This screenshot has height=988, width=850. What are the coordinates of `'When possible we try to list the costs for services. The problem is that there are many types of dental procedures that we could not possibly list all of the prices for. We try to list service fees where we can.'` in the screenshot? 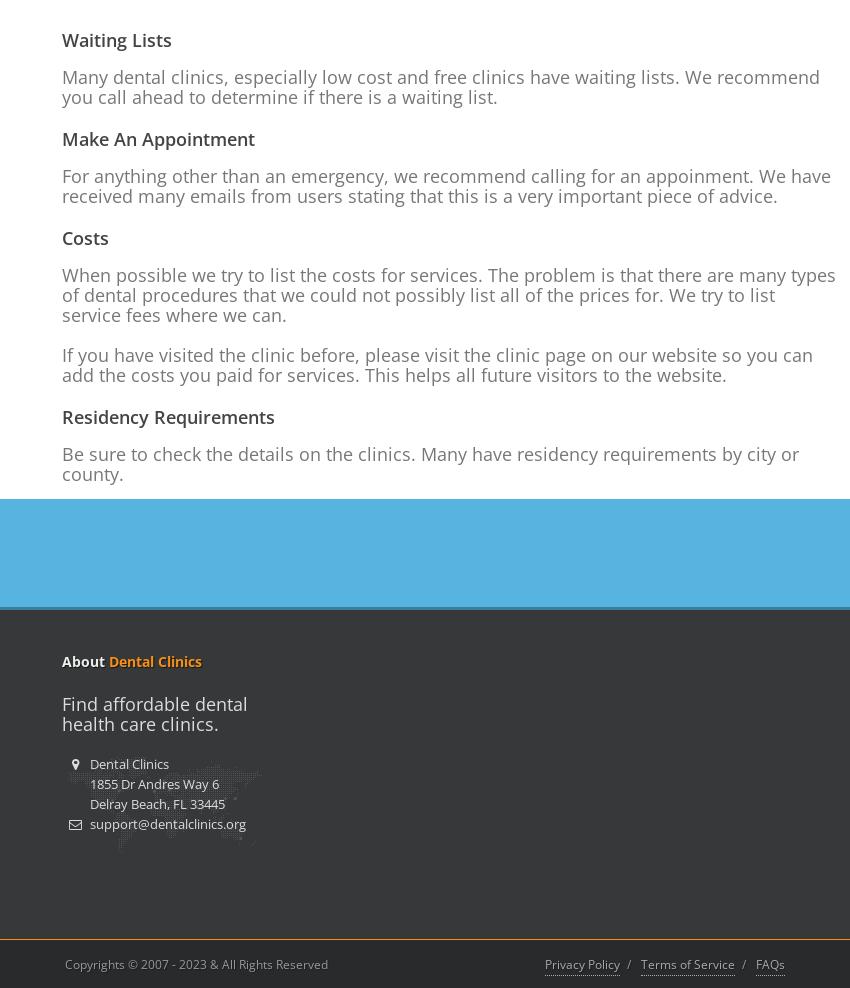 It's located at (61, 294).